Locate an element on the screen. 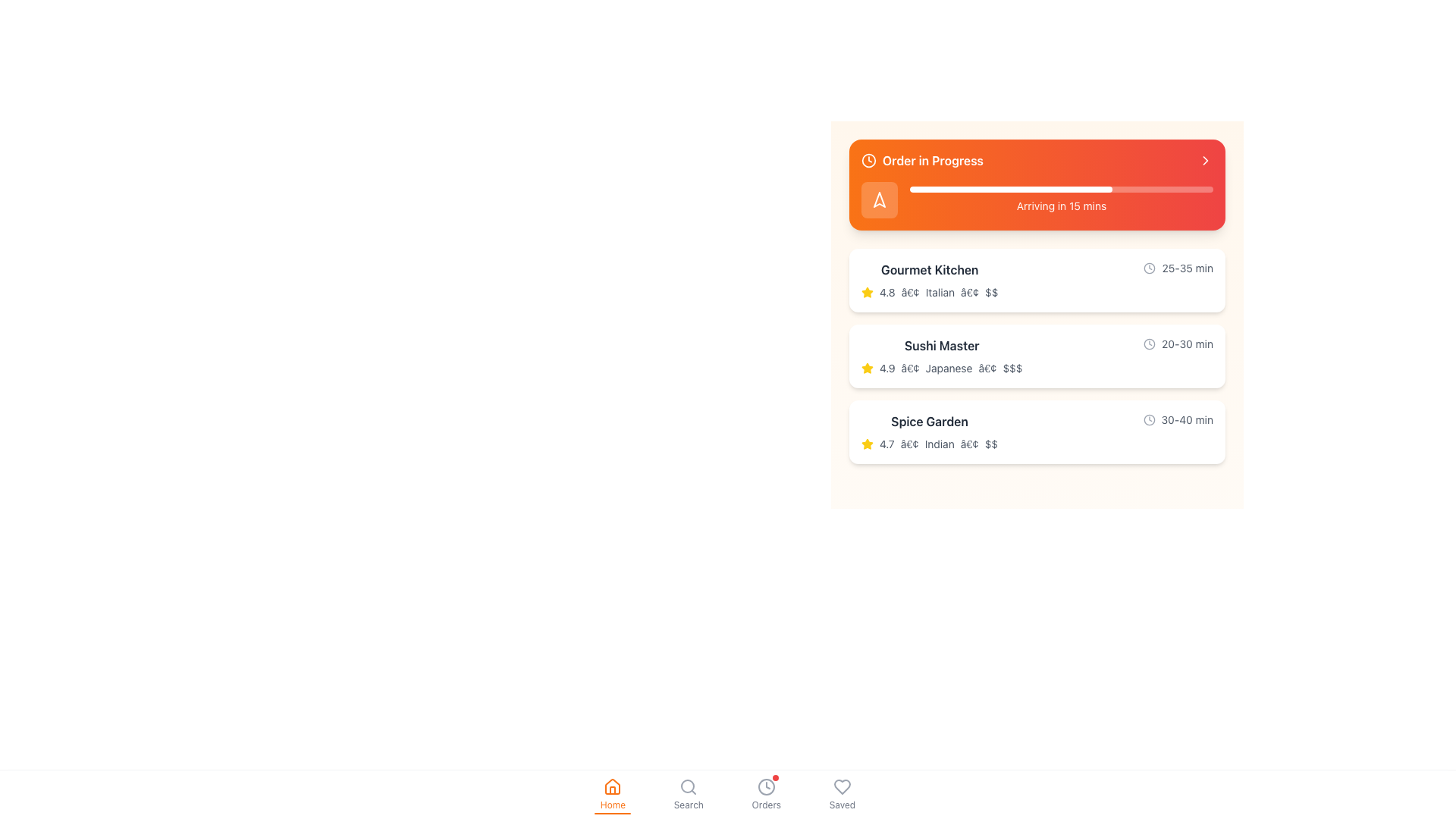 This screenshot has height=819, width=1456. the text label element displaying dollar signs ('$') located at the far right of the restaurant information group is located at coordinates (991, 292).